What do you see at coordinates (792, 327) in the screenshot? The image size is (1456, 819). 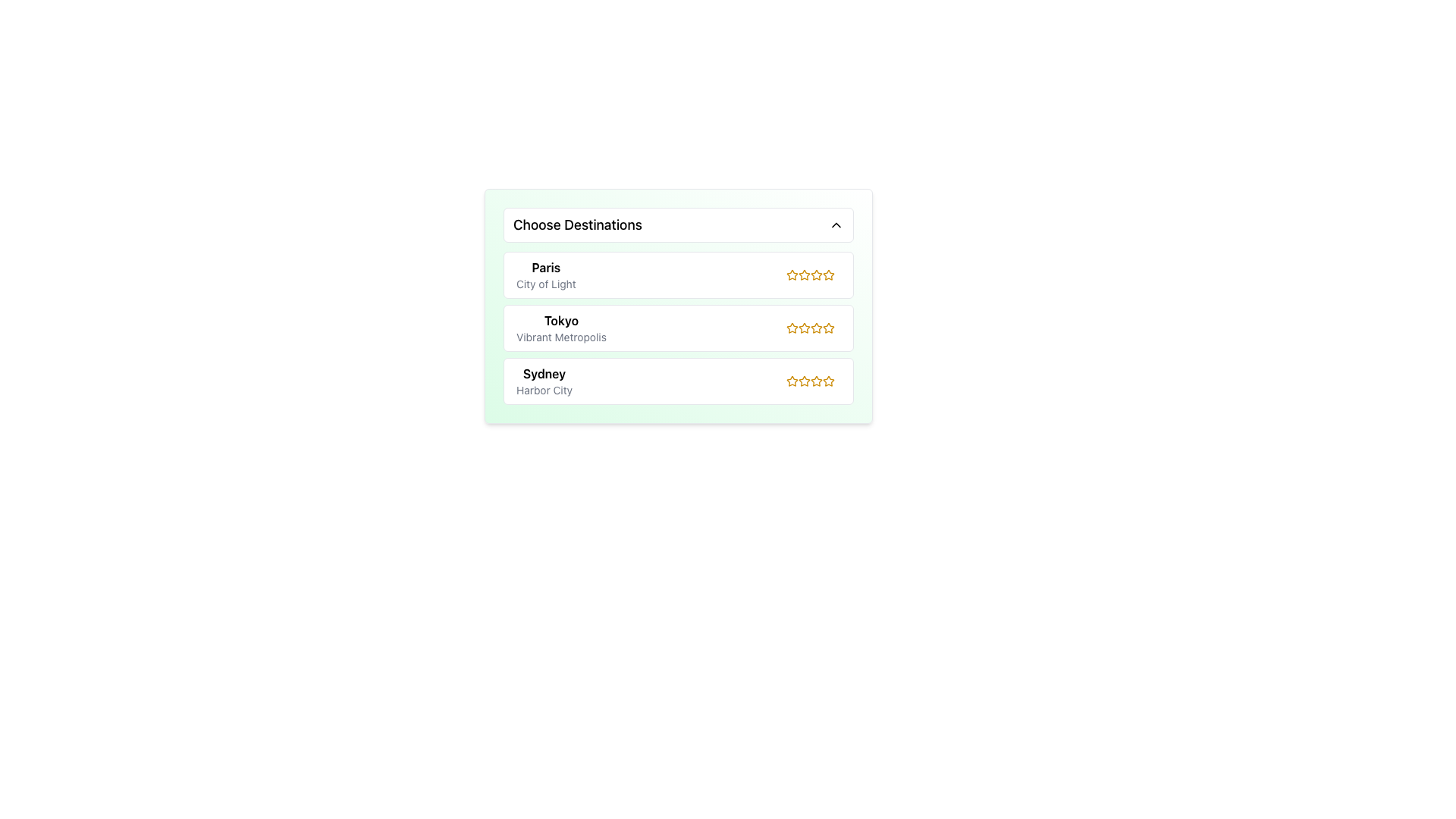 I see `the third rating star icon` at bounding box center [792, 327].